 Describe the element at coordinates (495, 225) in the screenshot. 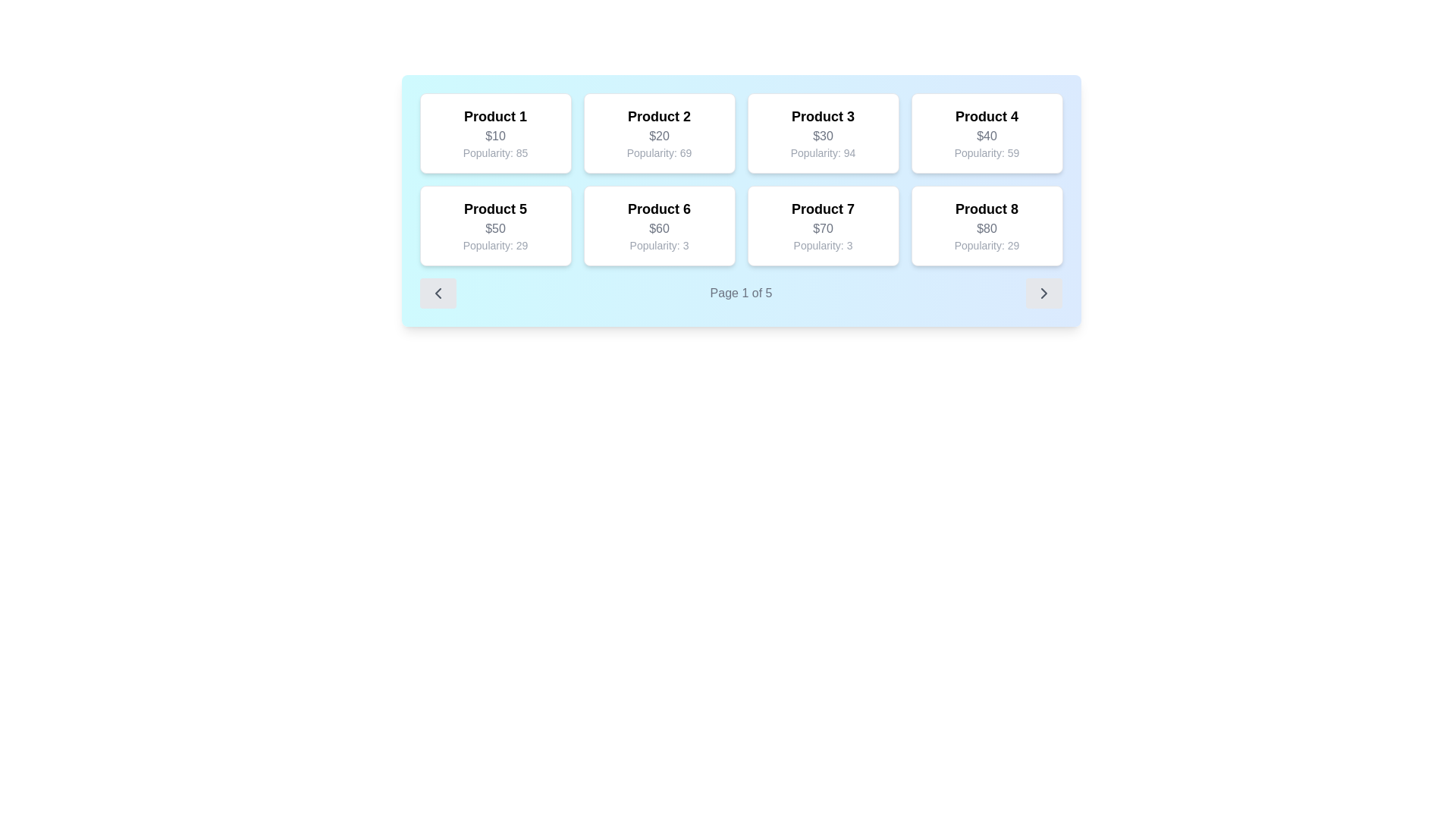

I see `Informational card displaying 'Product 5' with its price and popularity information by interacting with the element located in the second row, first column of the grid layout` at that location.